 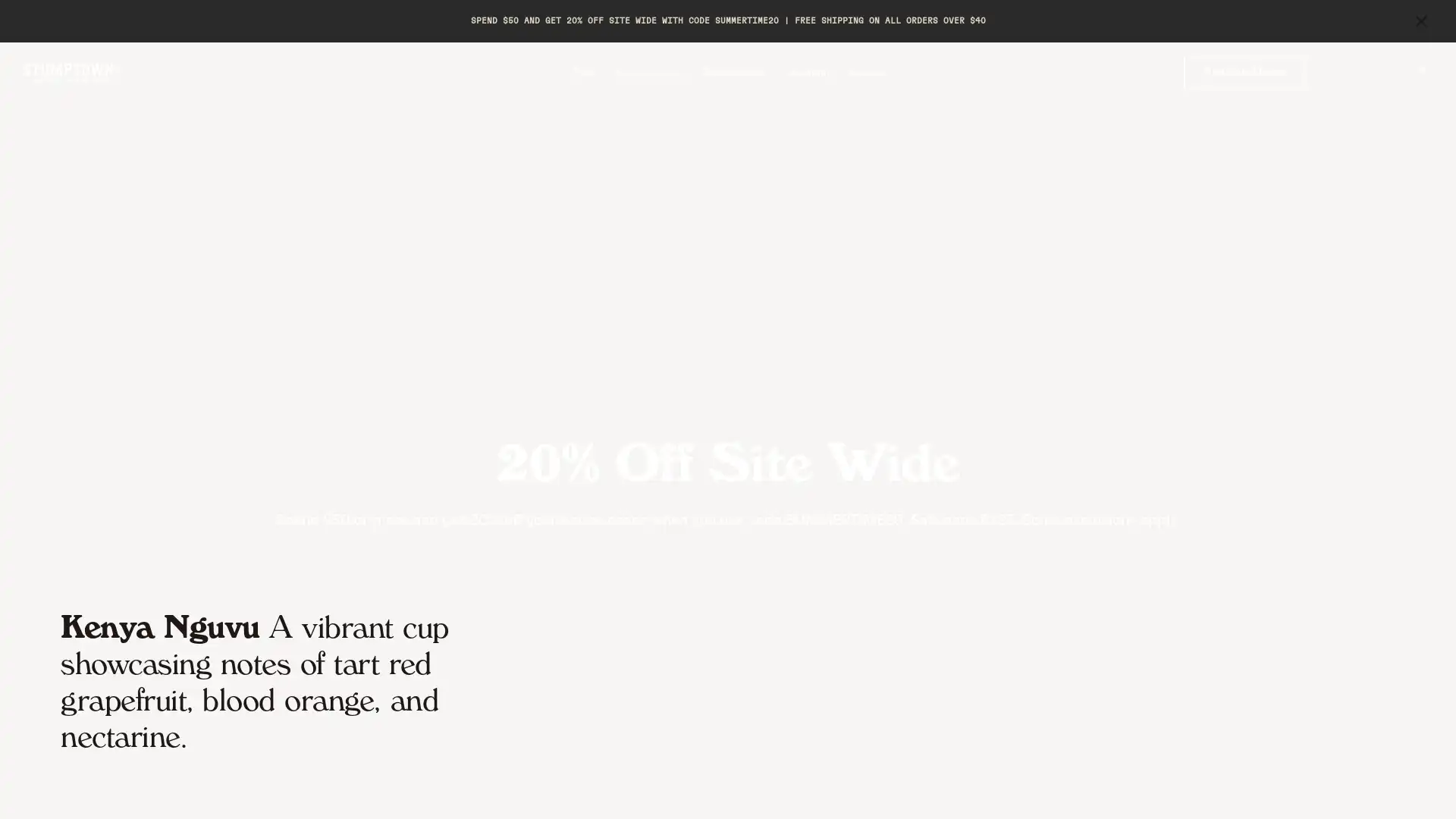 I want to click on Toggle search, so click(x=1335, y=73).